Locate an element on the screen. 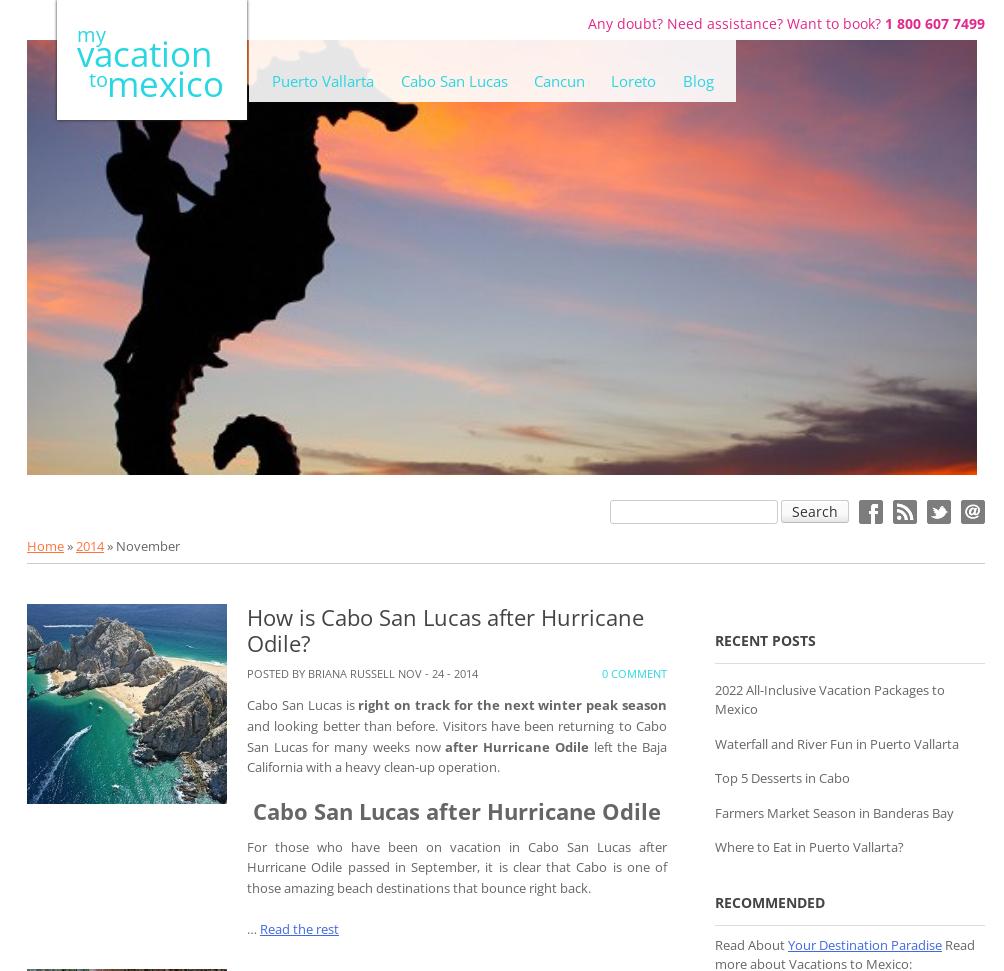 The width and height of the screenshot is (1004, 971). 'For those who have been on vacation in Cabo San Lucas after Hurricane Odile passed in September, it is clear that Cabo is one of those amazing beach destinations that bounce right back.' is located at coordinates (456, 867).